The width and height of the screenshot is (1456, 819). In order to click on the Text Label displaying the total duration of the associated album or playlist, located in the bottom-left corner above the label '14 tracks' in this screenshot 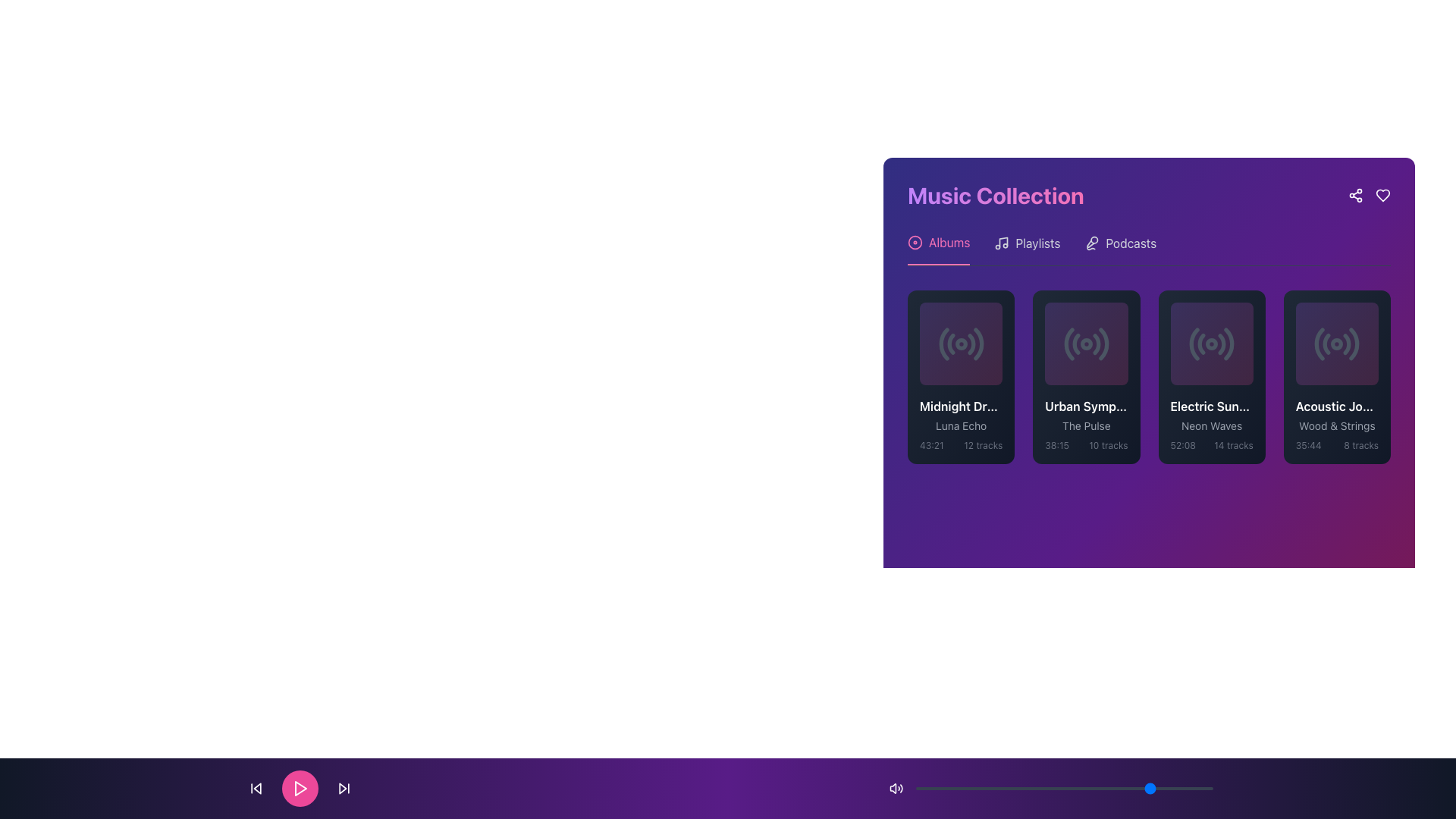, I will do `click(1182, 445)`.